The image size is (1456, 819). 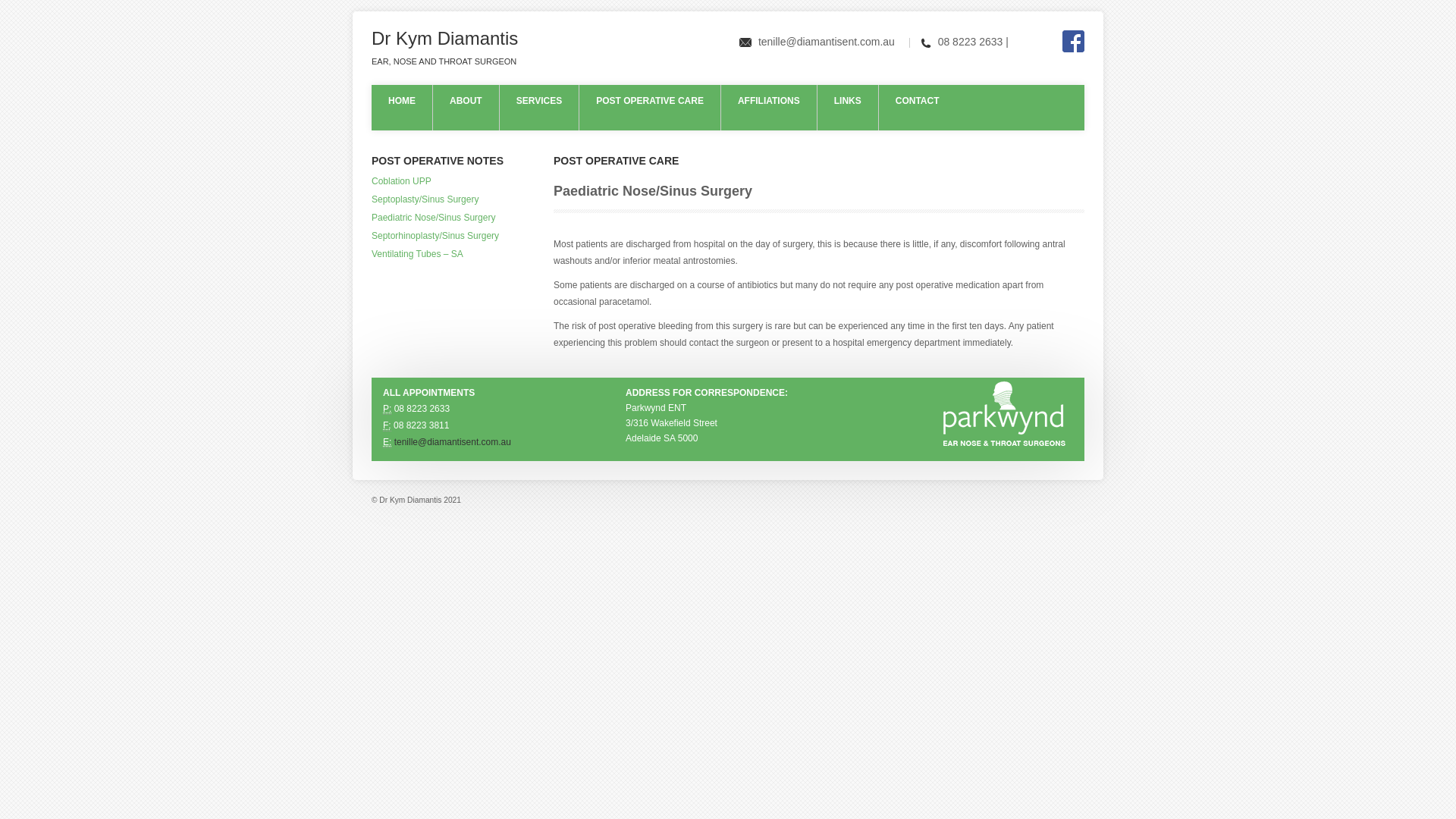 I want to click on 'HOME', so click(x=401, y=107).